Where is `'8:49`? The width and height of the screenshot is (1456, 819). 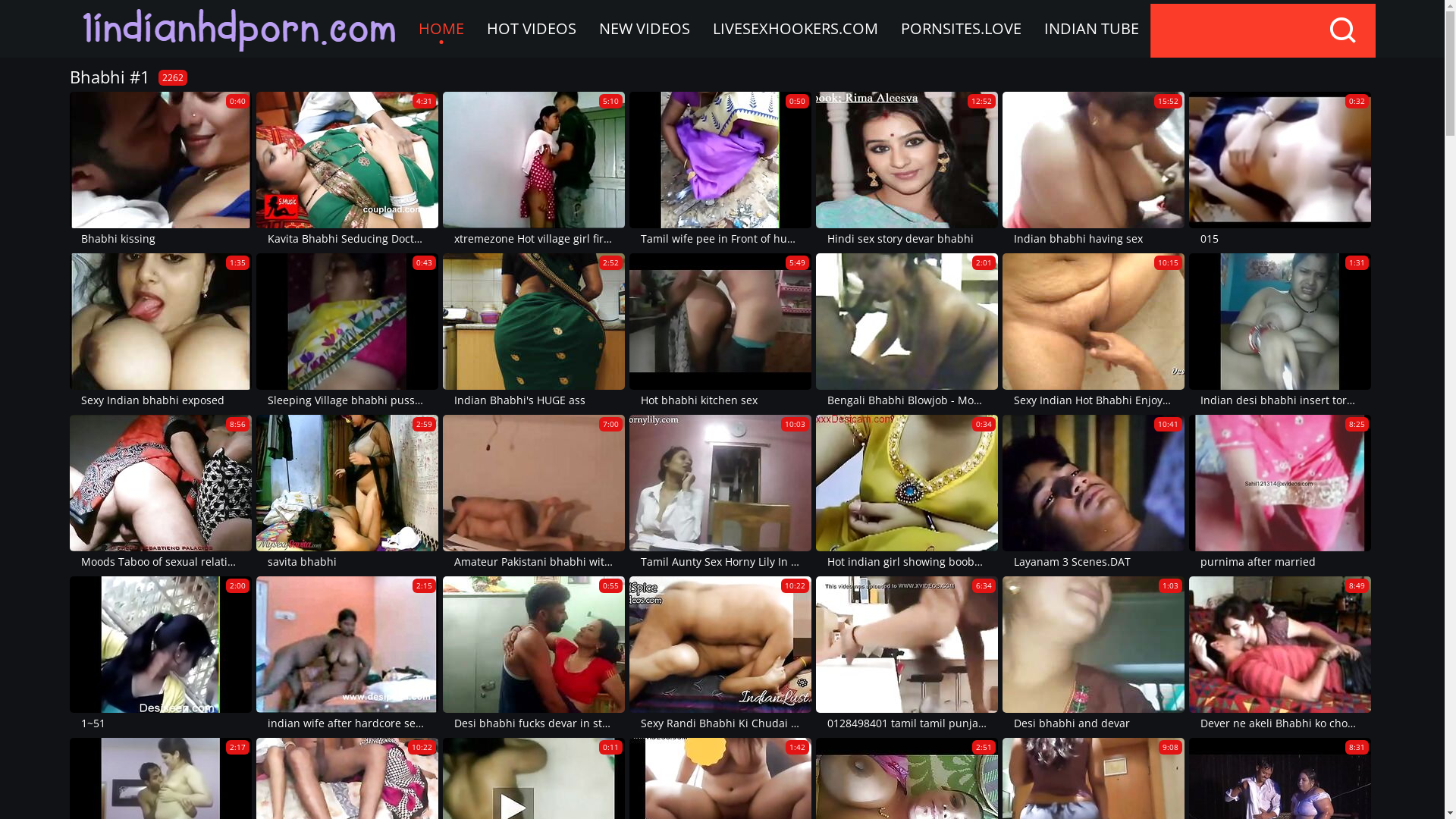
'8:49 is located at coordinates (1279, 654).